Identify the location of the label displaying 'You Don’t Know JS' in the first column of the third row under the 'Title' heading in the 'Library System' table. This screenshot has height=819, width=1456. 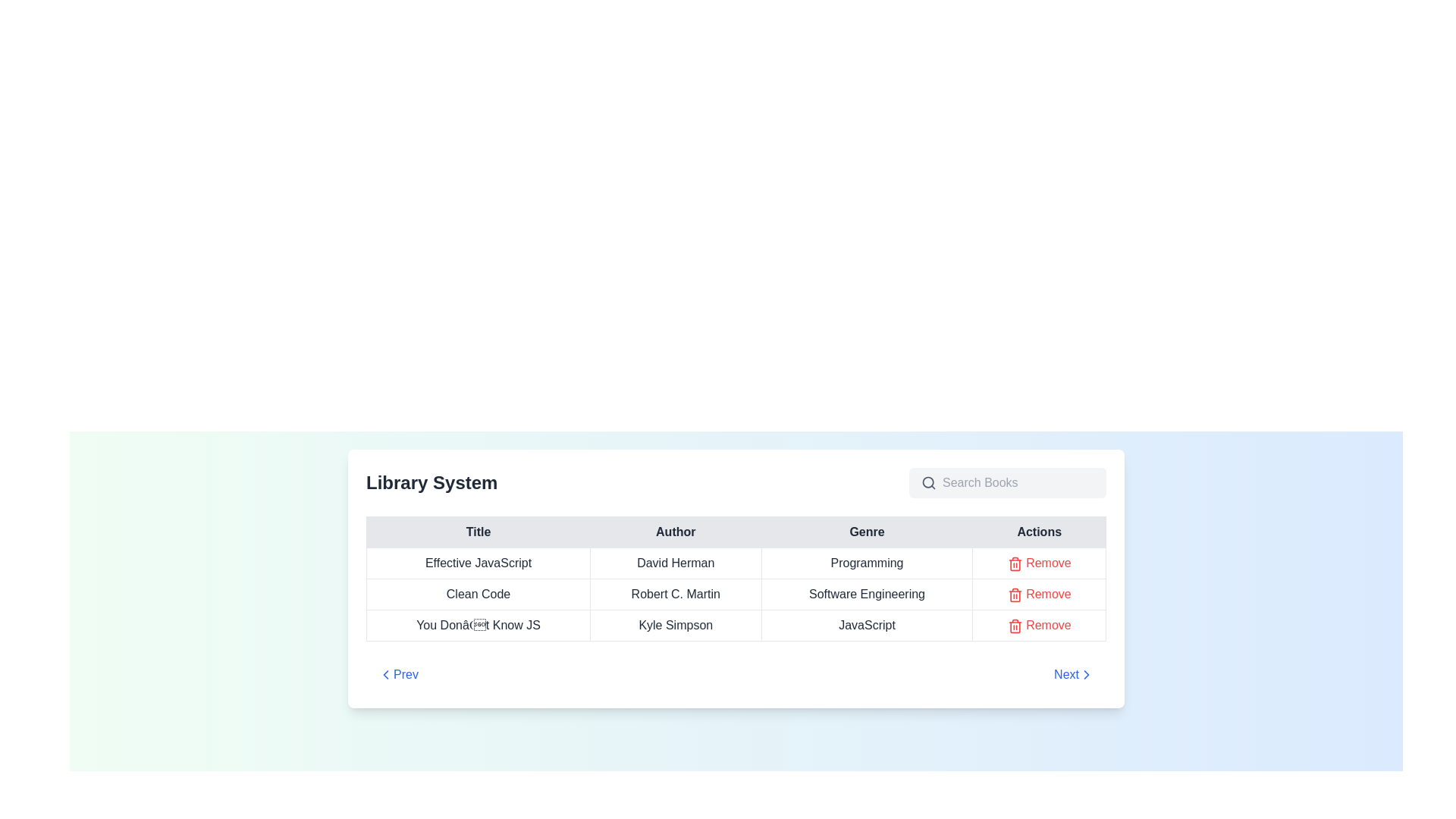
(478, 626).